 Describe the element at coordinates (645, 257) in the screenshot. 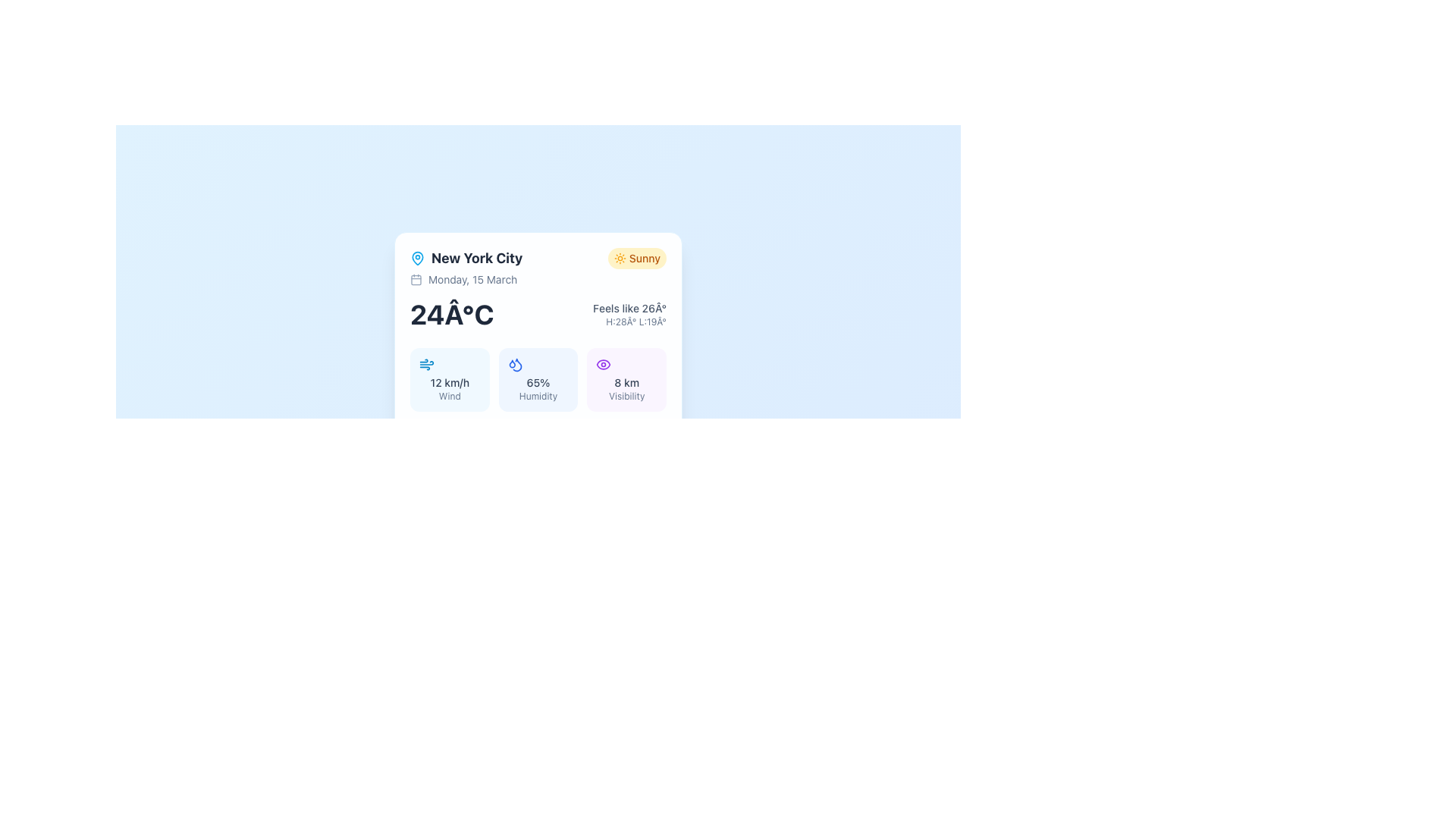

I see `the text label displaying 'Sunny' located within a rounded amber badge in the upper-right corner of the weather information card` at that location.